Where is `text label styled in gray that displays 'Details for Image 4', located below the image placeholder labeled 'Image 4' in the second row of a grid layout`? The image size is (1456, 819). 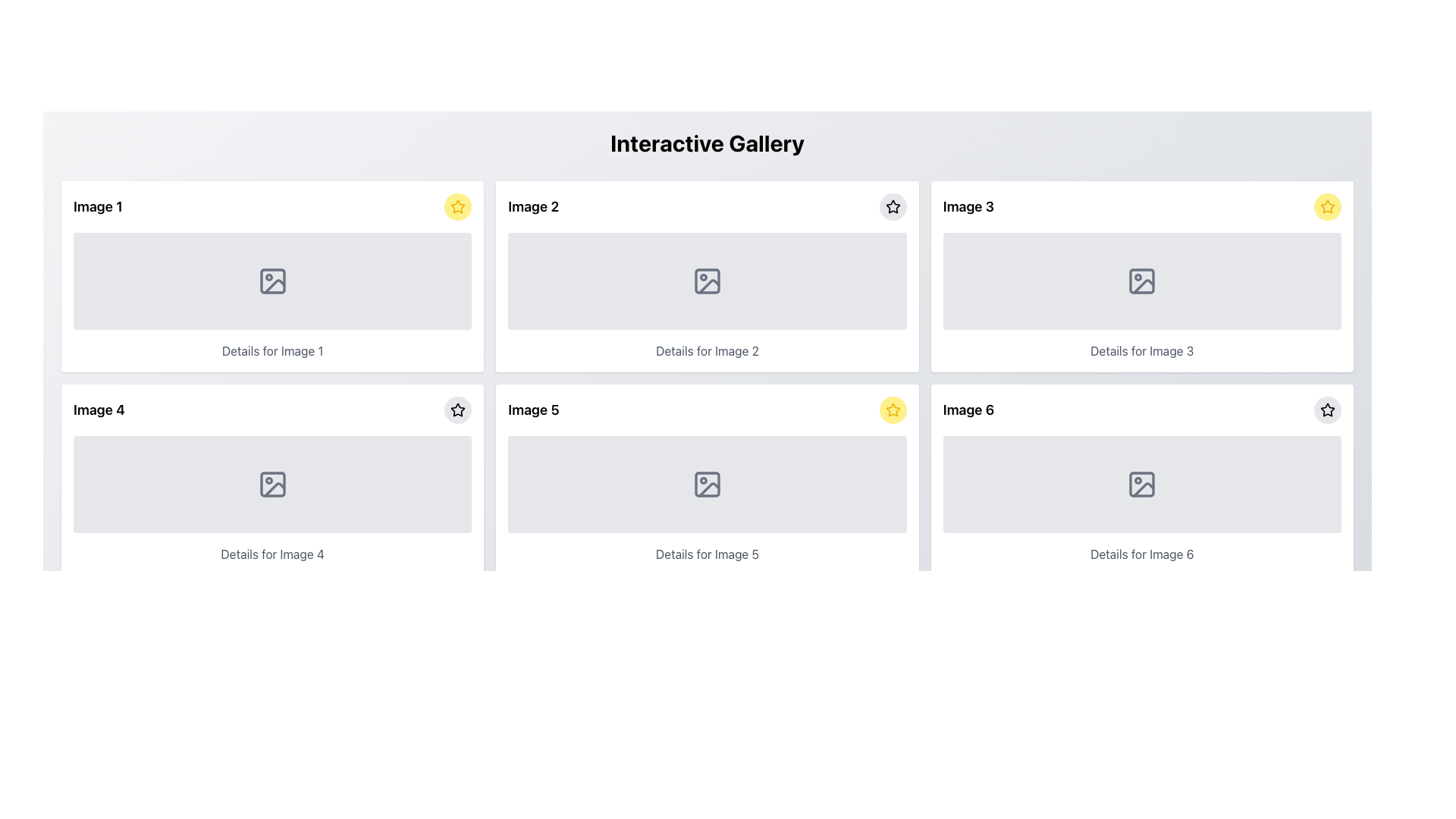 text label styled in gray that displays 'Details for Image 4', located below the image placeholder labeled 'Image 4' in the second row of a grid layout is located at coordinates (272, 554).